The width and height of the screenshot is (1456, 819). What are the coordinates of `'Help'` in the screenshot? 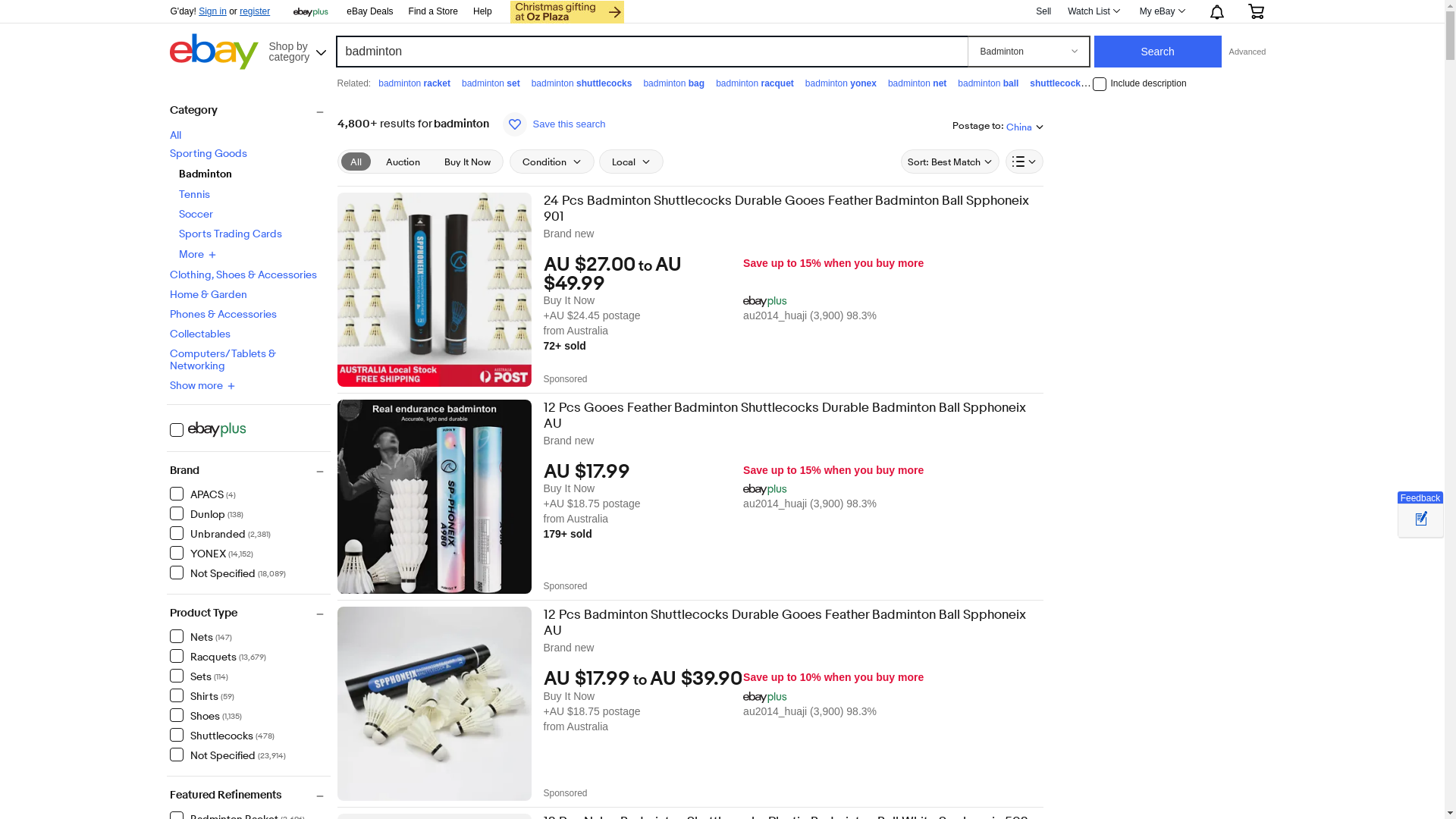 It's located at (482, 11).